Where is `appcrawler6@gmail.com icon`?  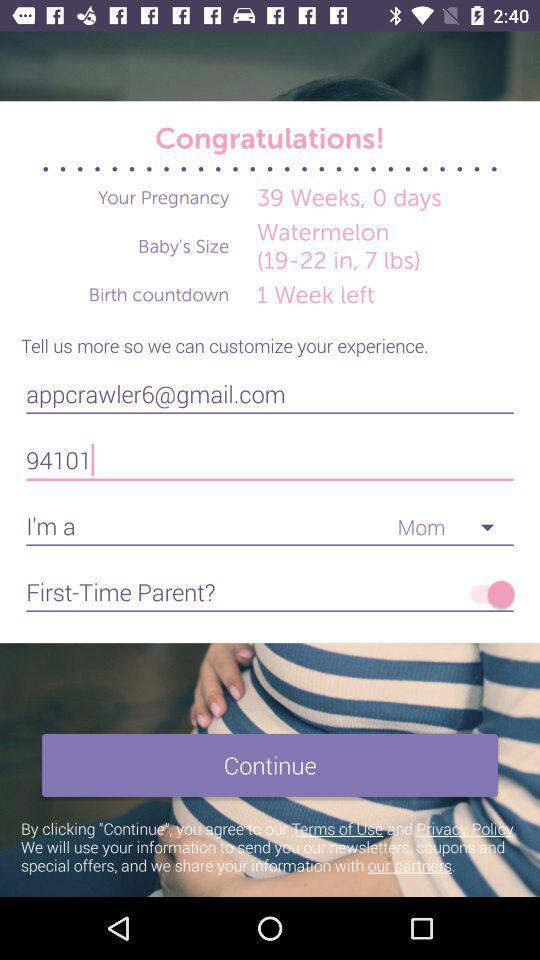
appcrawler6@gmail.com icon is located at coordinates (270, 393).